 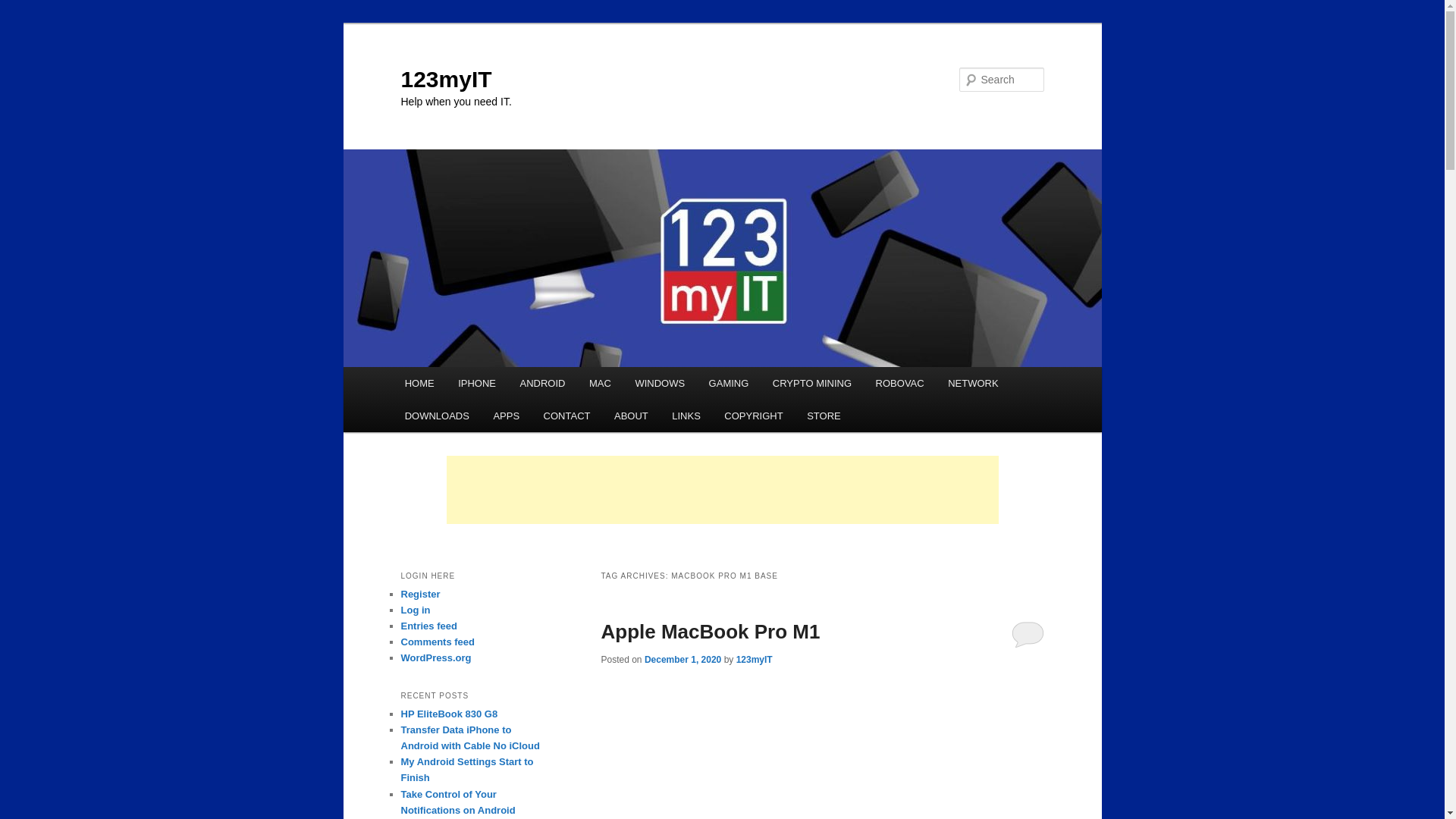 What do you see at coordinates (436, 416) in the screenshot?
I see `'DOWNLOADS'` at bounding box center [436, 416].